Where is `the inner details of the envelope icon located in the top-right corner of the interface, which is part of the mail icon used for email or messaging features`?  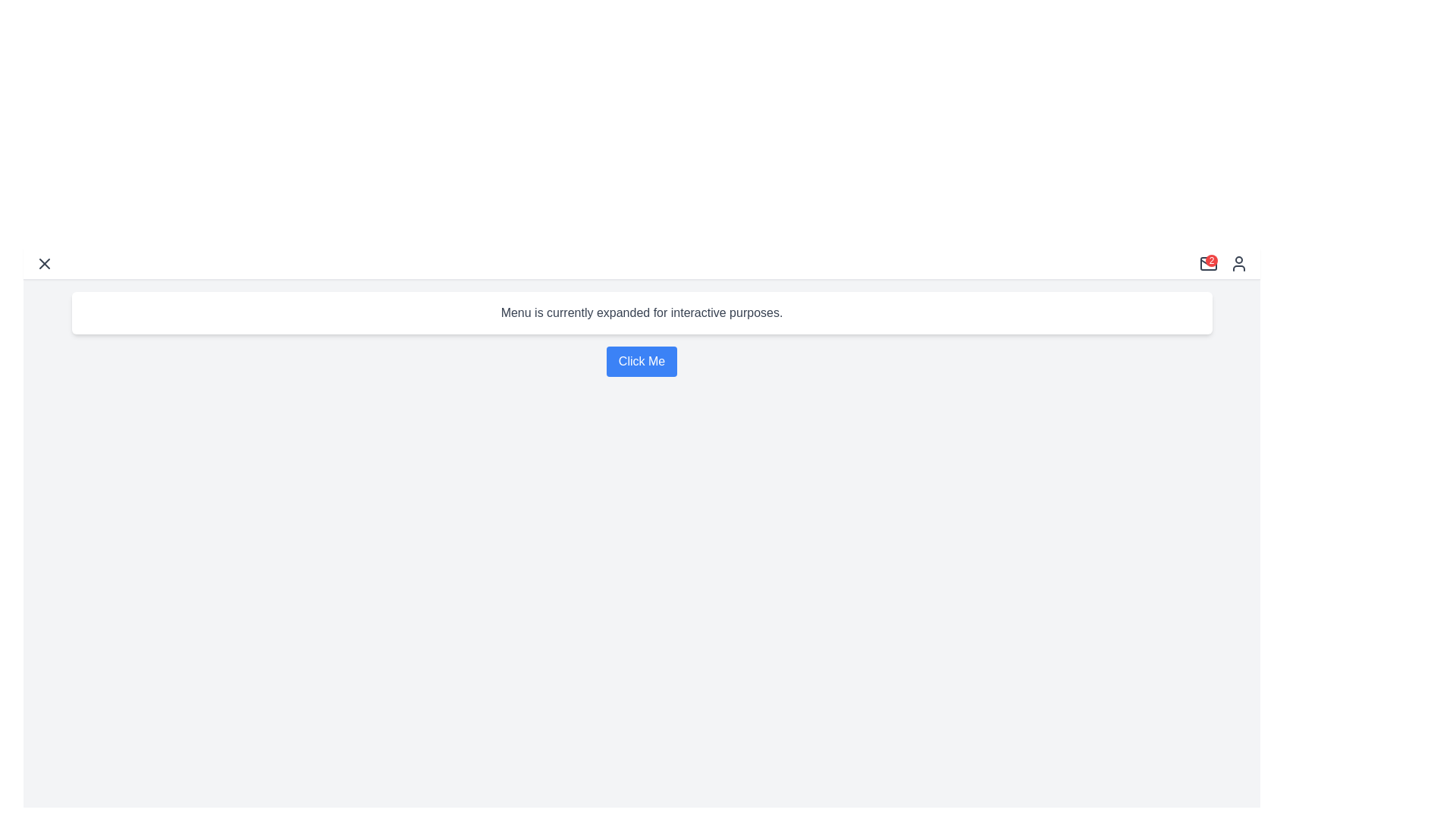
the inner details of the envelope icon located in the top-right corner of the interface, which is part of the mail icon used for email or messaging features is located at coordinates (1207, 260).